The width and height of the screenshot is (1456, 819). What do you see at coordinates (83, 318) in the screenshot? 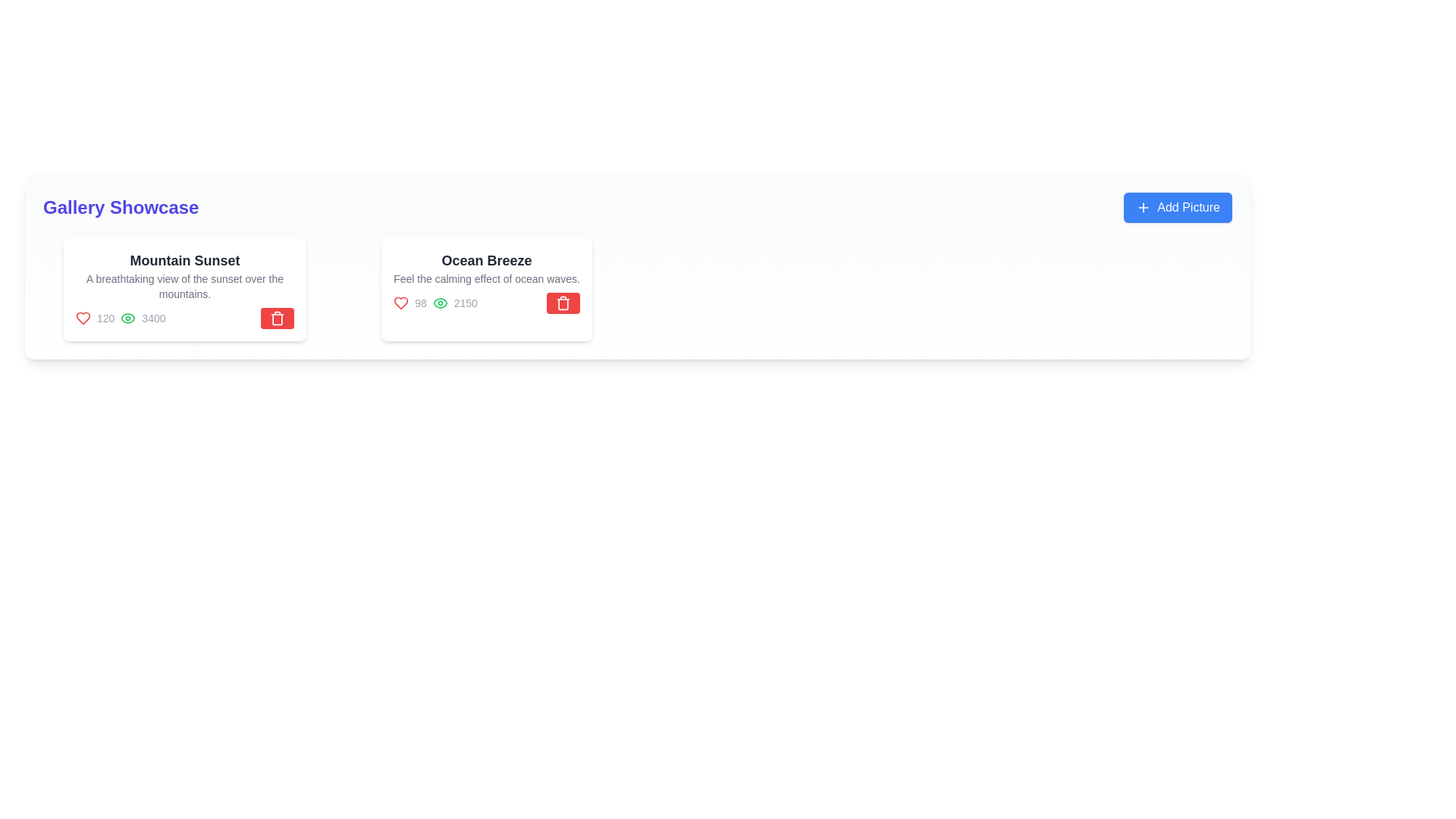
I see `the heart icon, which is red and symbolizes likes or favorites, located before the text '120' in the metadata section below 'Mountain Sunset'` at bounding box center [83, 318].